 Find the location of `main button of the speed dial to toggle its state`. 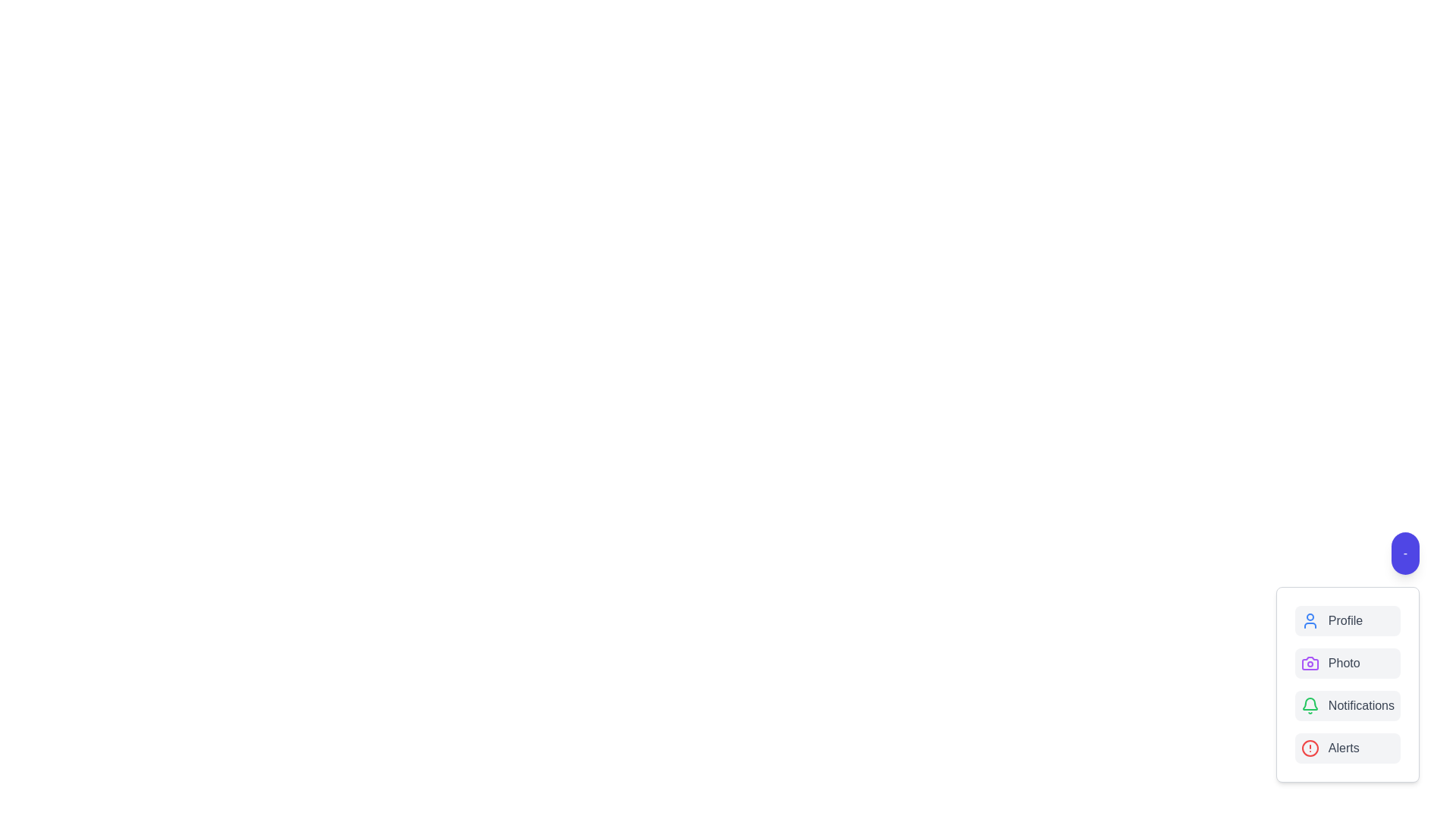

main button of the speed dial to toggle its state is located at coordinates (1404, 553).